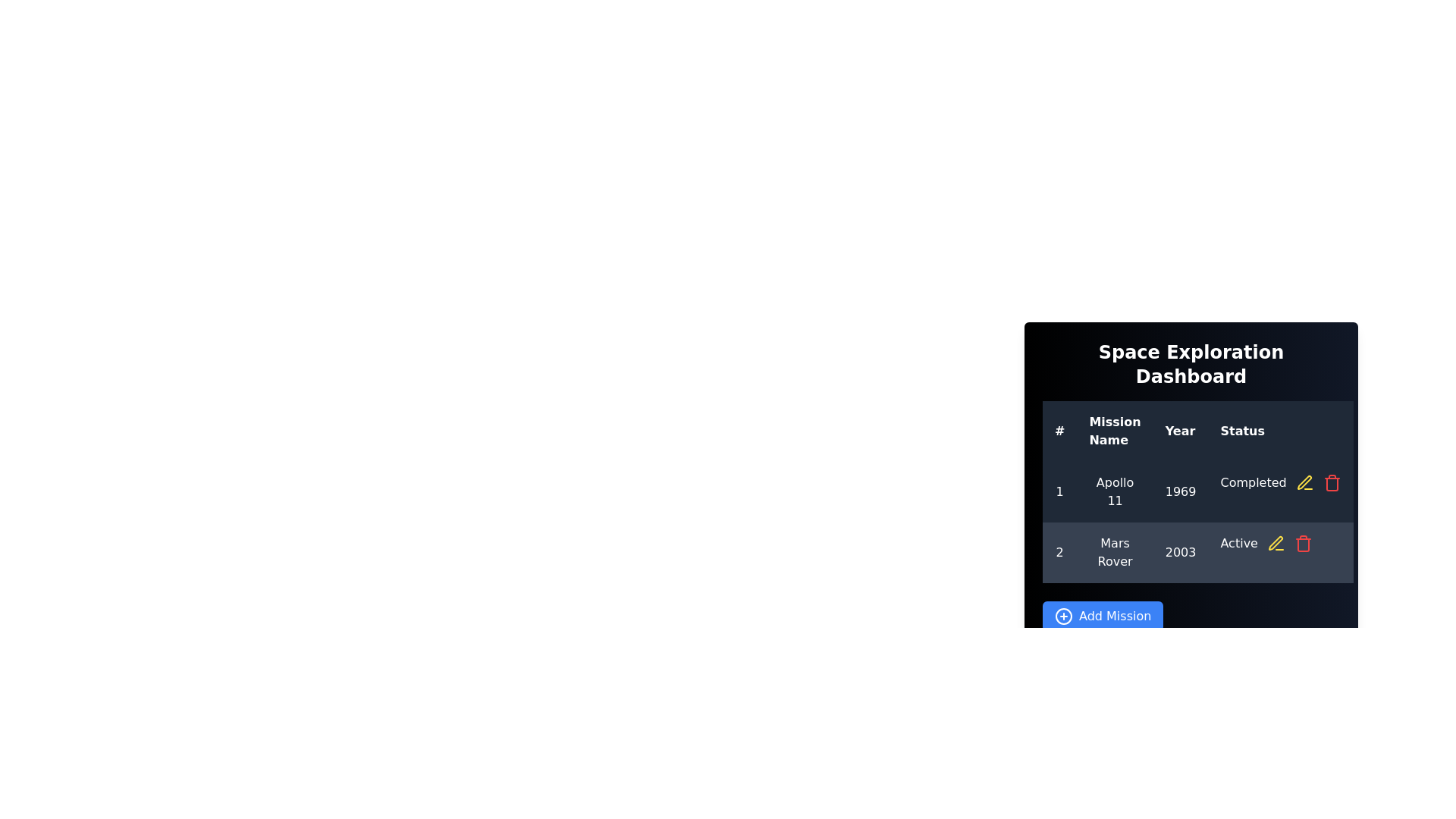  What do you see at coordinates (1059, 491) in the screenshot?
I see `the static text label containing the numeral '1', which is located in the first cell of the first row of the table in the dashboard interface` at bounding box center [1059, 491].